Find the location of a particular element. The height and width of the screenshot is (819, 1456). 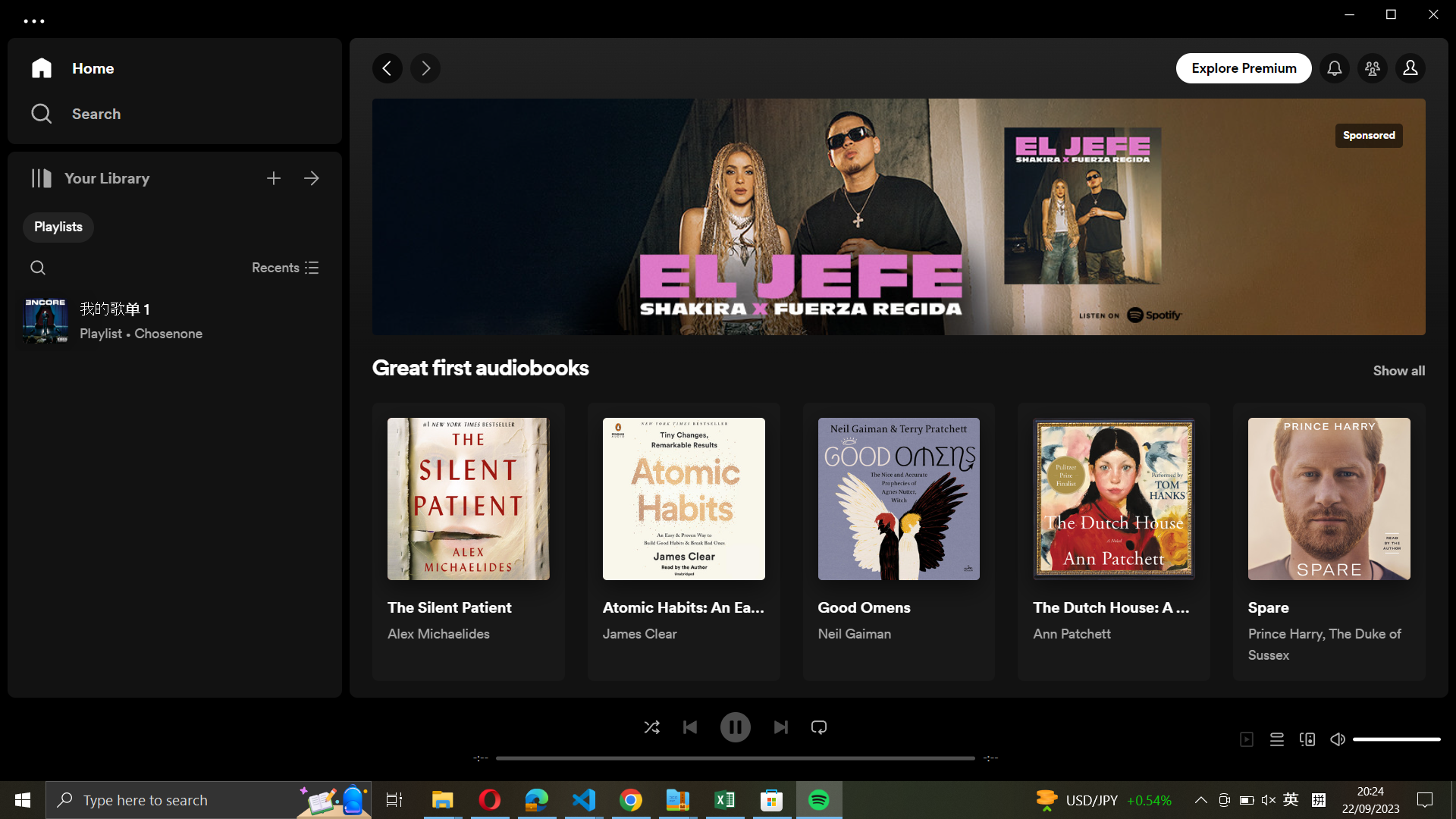

Close down currently played audiobooks is located at coordinates (285, 265).